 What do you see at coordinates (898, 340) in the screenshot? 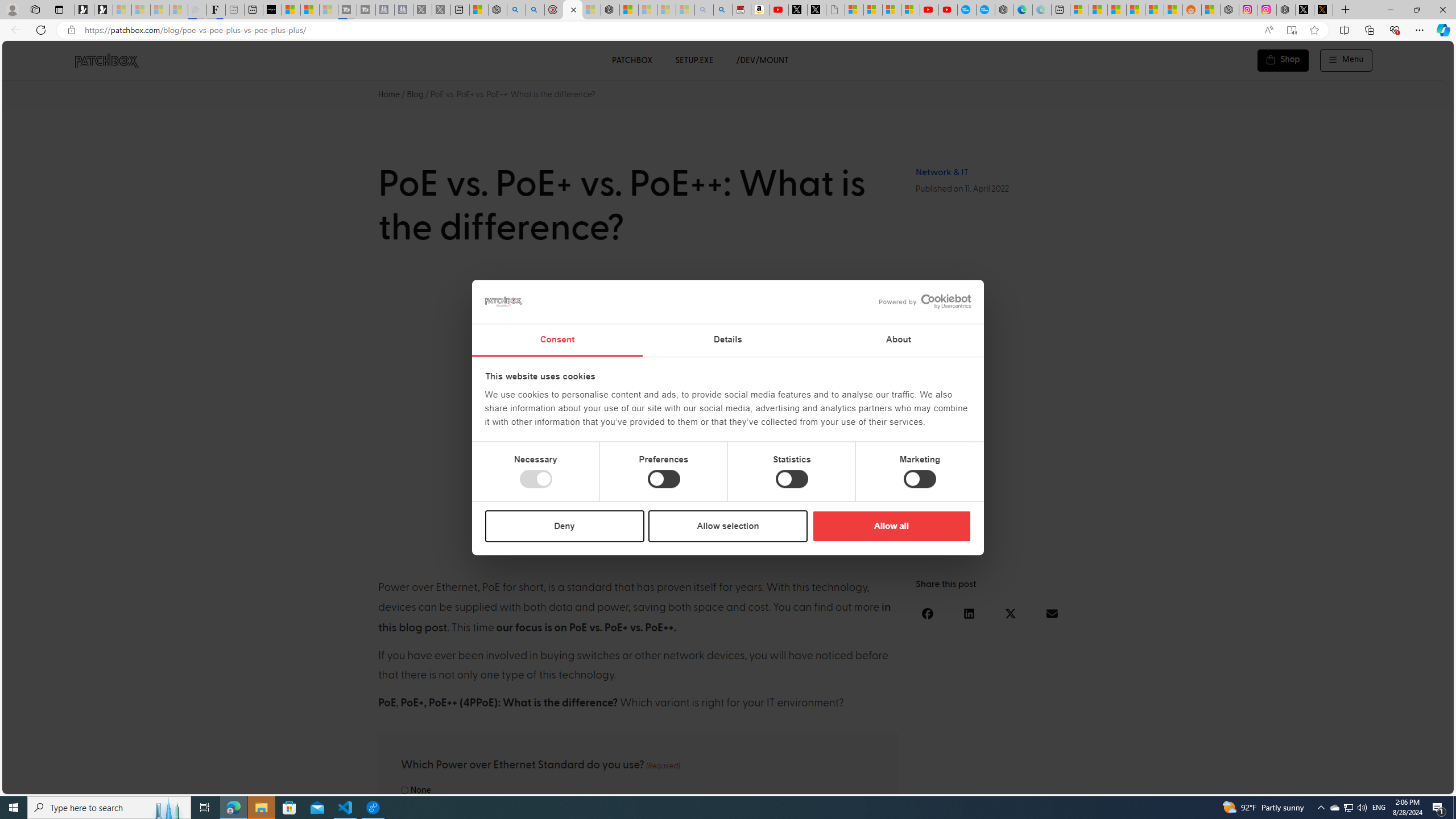
I see `'About'` at bounding box center [898, 340].